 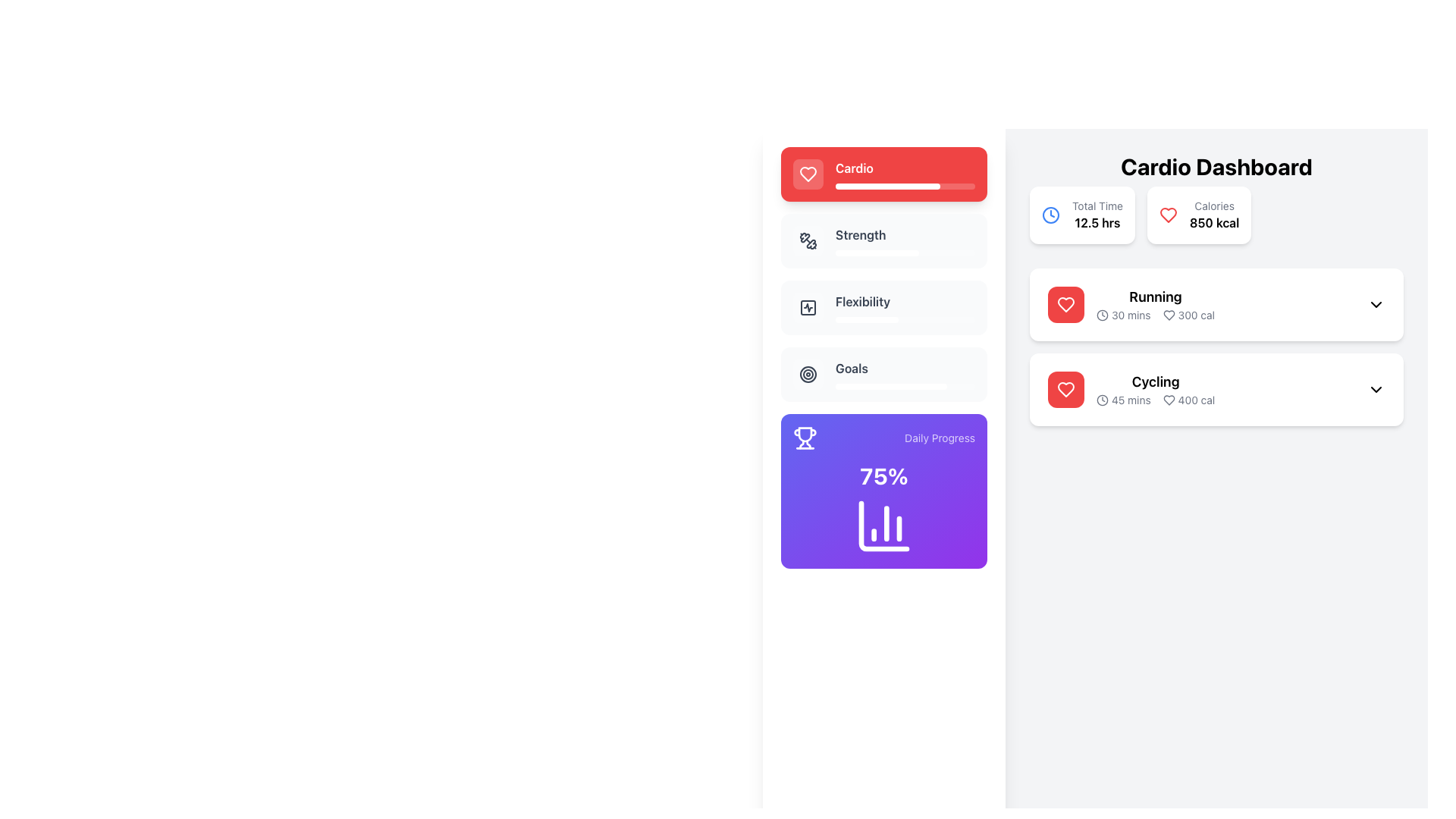 What do you see at coordinates (905, 385) in the screenshot?
I see `Progress Bar located below the 'Goals' section, which visually represents the completion percentage of a goal` at bounding box center [905, 385].